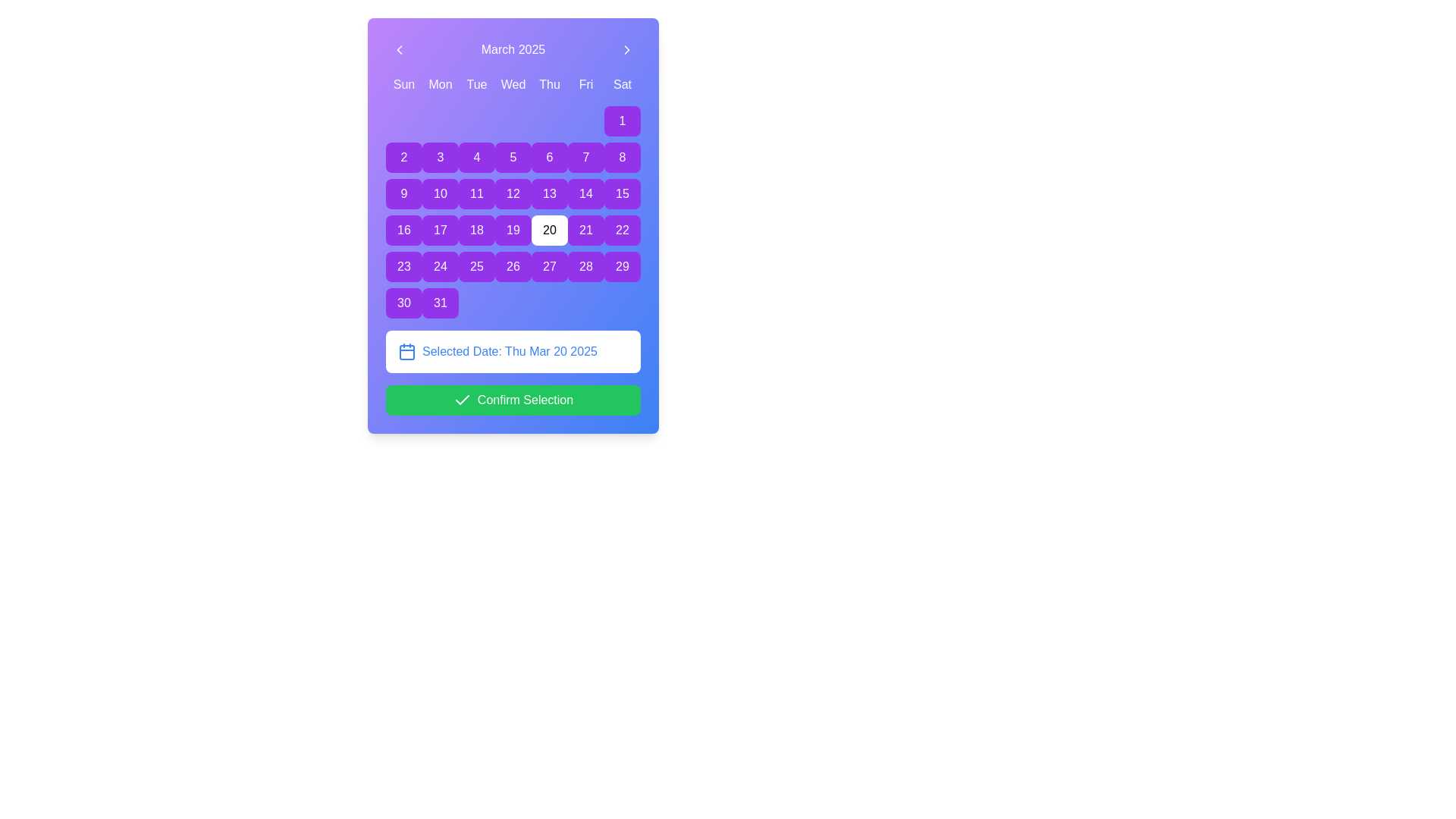  I want to click on the purple button with rounded corners displaying the white number '5', so click(513, 158).